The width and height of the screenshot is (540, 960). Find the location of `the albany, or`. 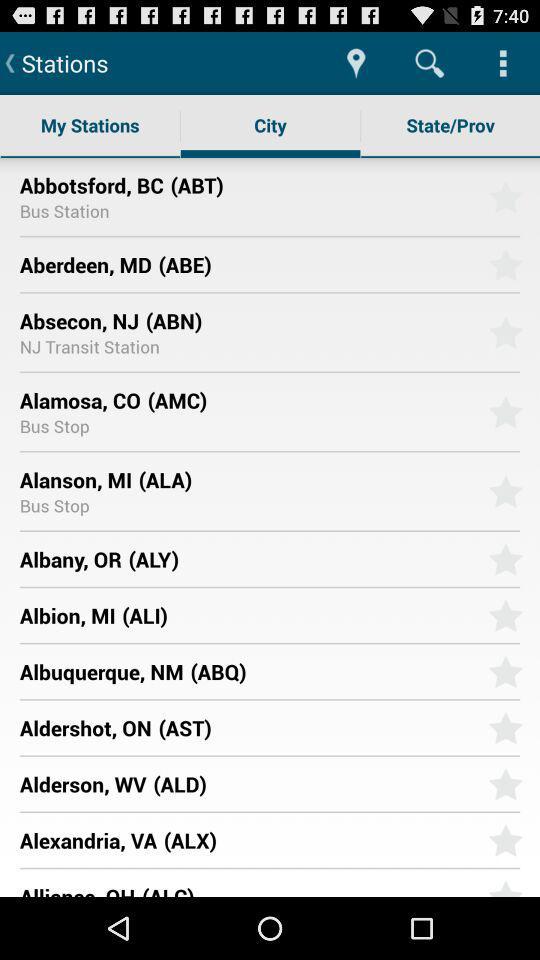

the albany, or is located at coordinates (69, 559).